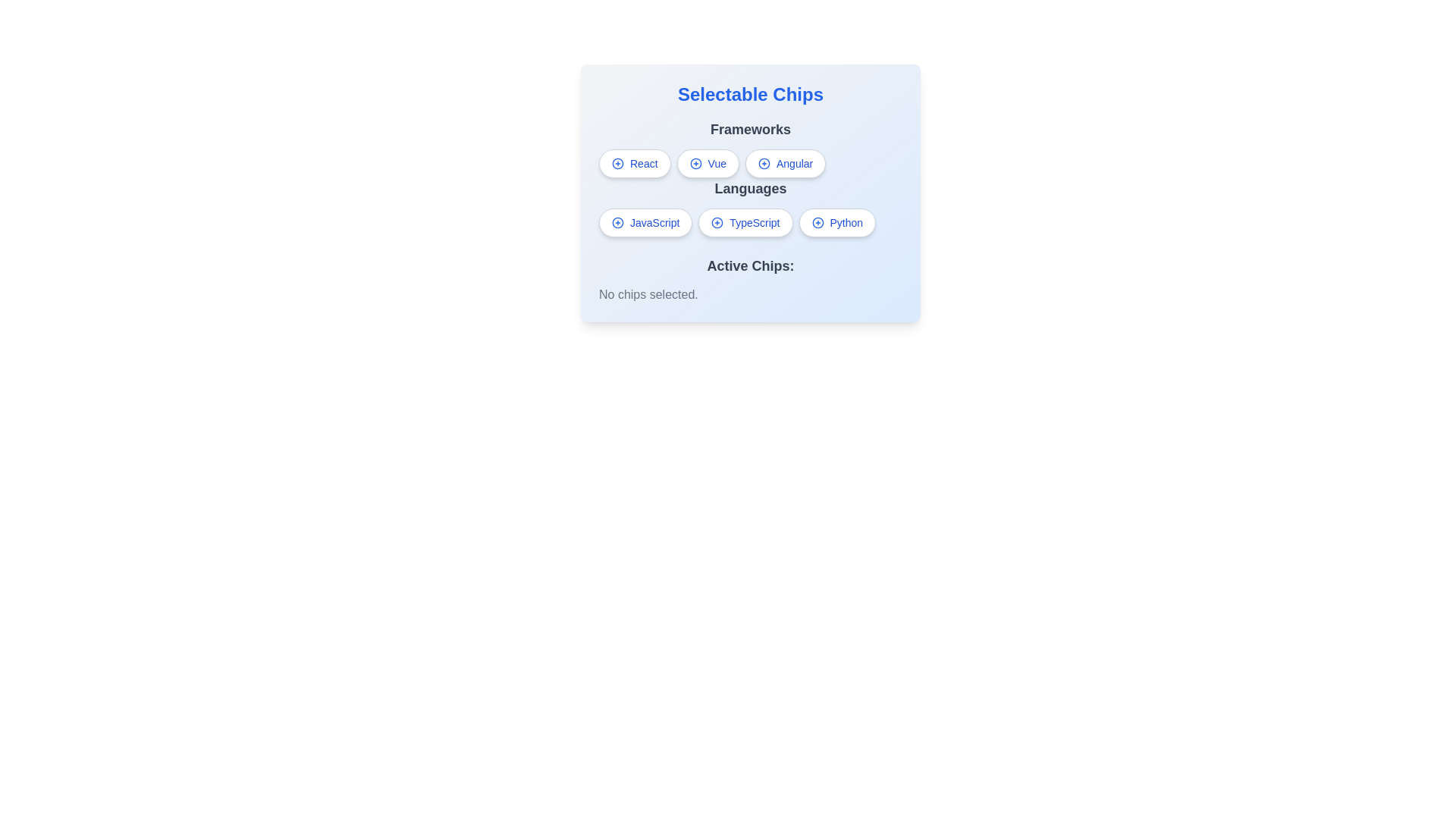 The width and height of the screenshot is (1456, 819). I want to click on the third button in the language selection section, which allows users to select 'Python' as a language, so click(836, 222).